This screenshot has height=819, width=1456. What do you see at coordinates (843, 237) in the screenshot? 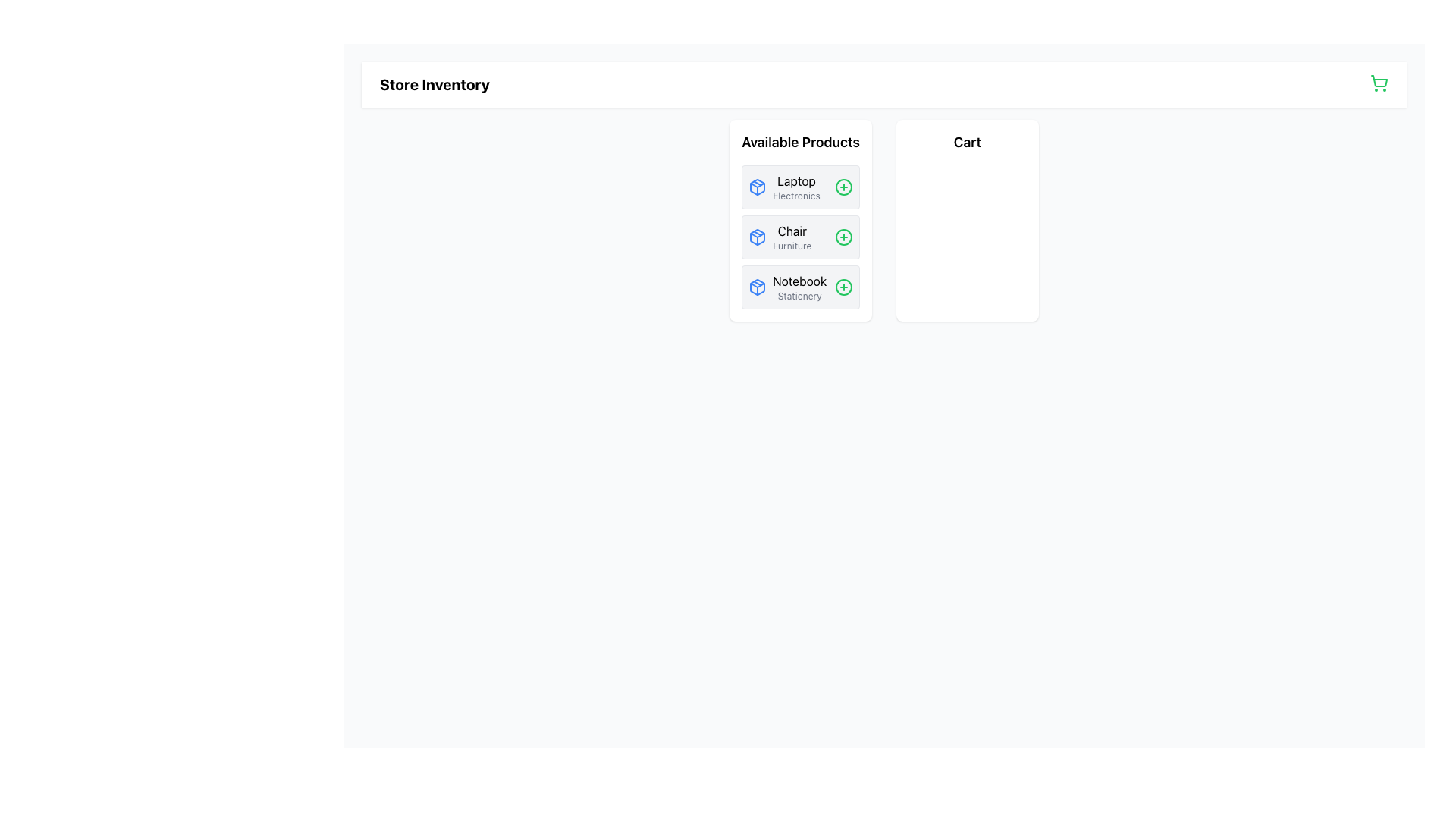
I see `the SVG Circle that serves as the outer part of the 'add' button for the 'Chair' item in the 'Available Products' section` at bounding box center [843, 237].